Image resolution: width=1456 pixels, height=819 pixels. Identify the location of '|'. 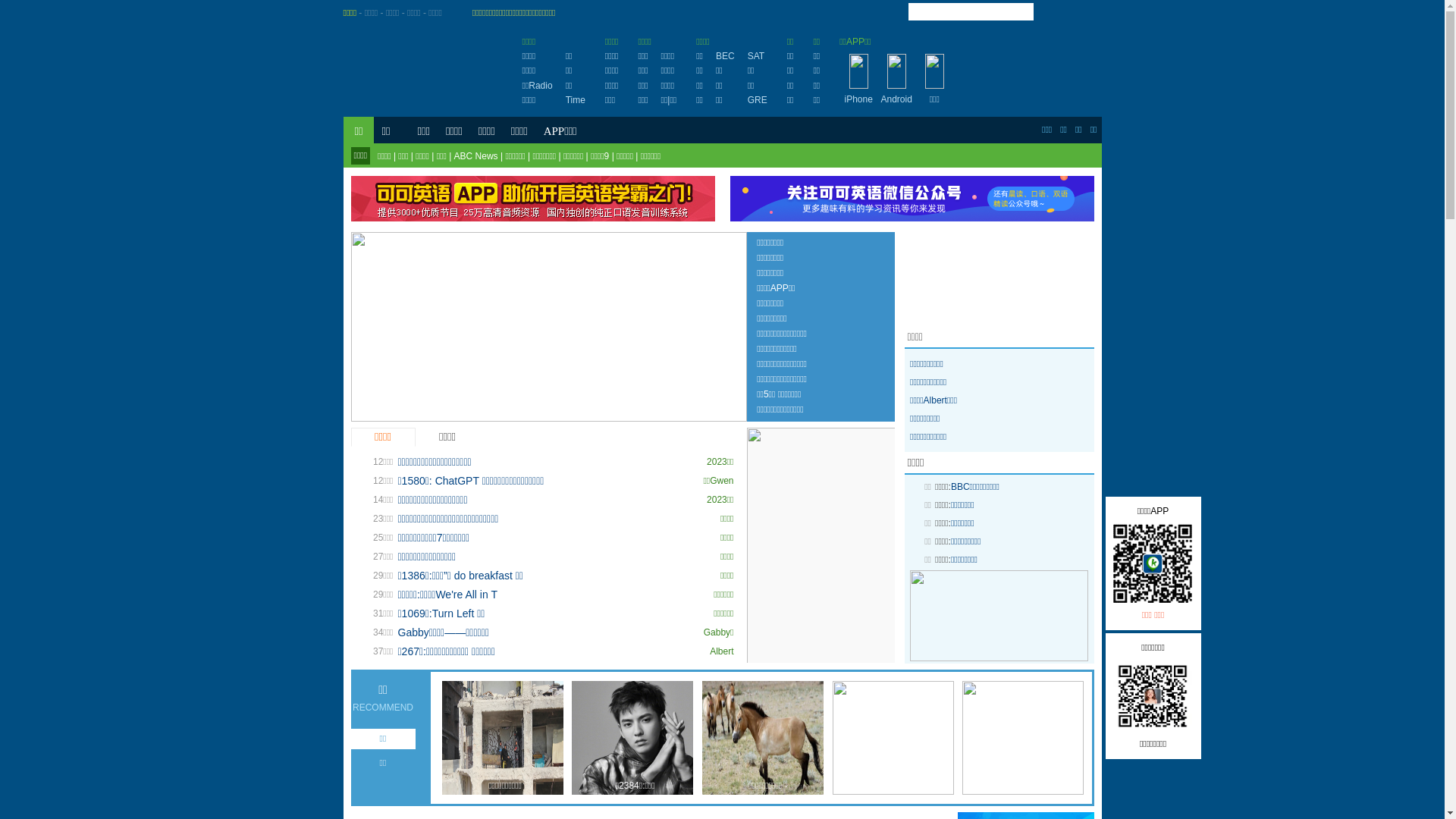
(667, 99).